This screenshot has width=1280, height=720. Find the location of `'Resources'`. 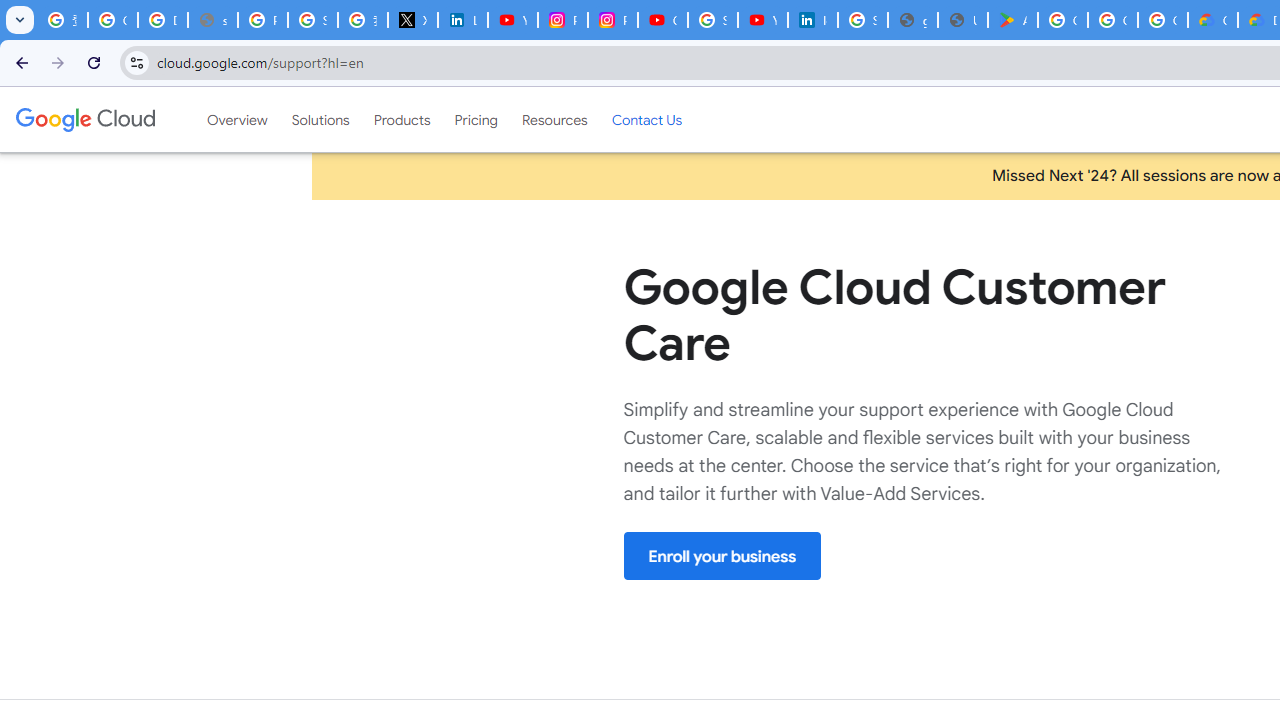

'Resources' is located at coordinates (554, 119).